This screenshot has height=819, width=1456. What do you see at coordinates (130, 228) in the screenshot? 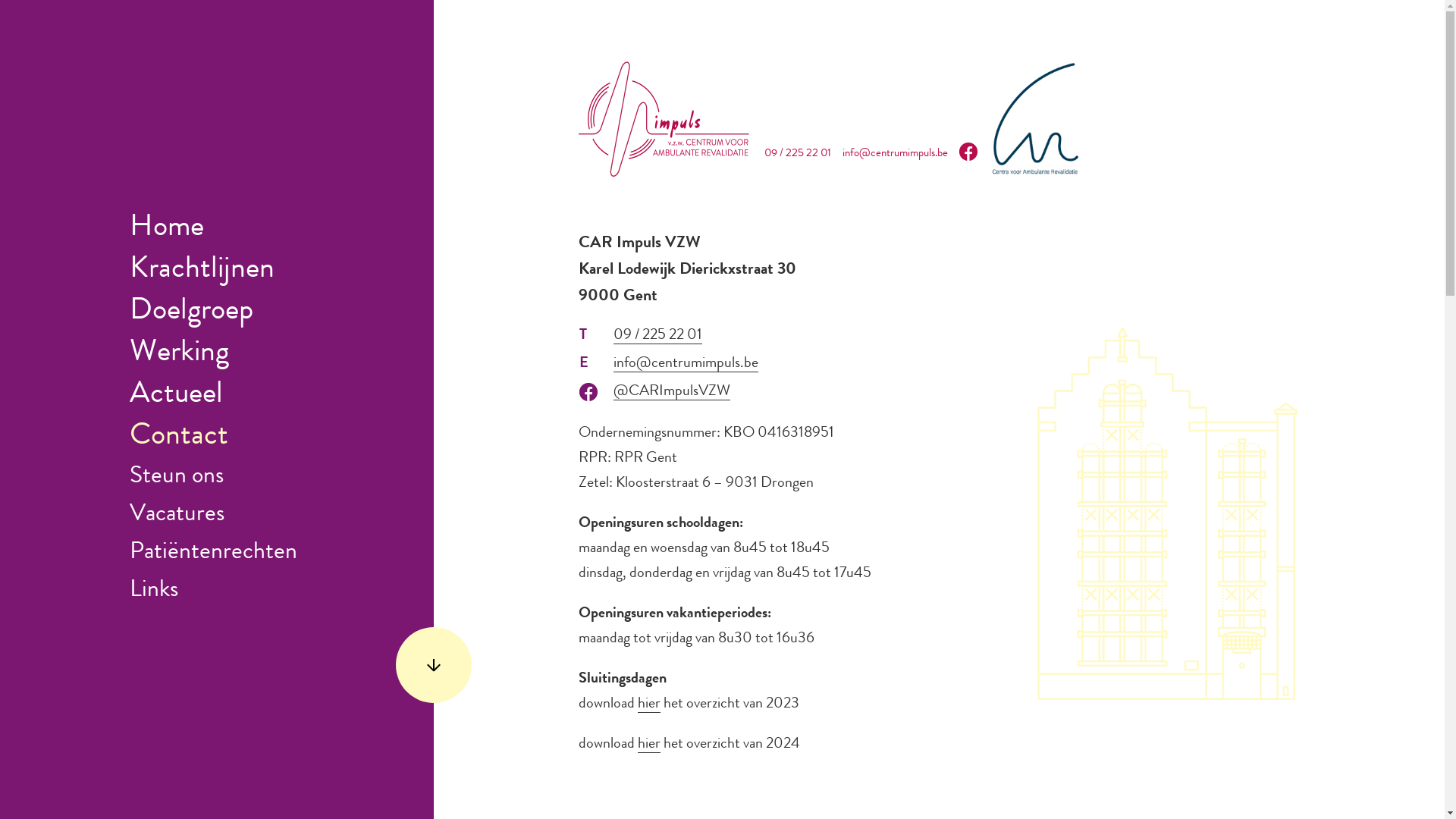
I see `'Home'` at bounding box center [130, 228].